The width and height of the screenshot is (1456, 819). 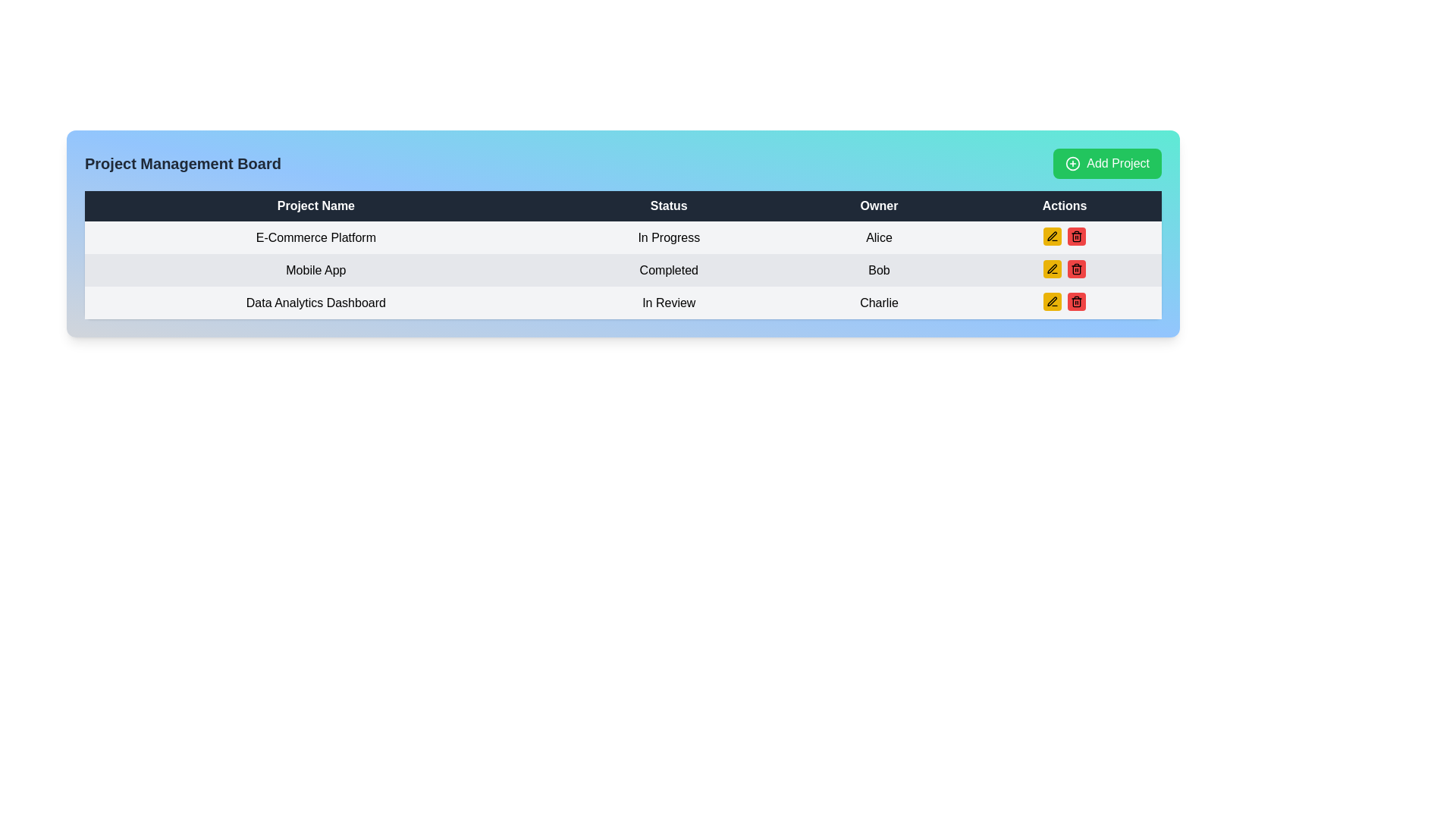 I want to click on the Text Label displaying 'Charlie' in the 'Owner' column of the data table, so click(x=879, y=303).